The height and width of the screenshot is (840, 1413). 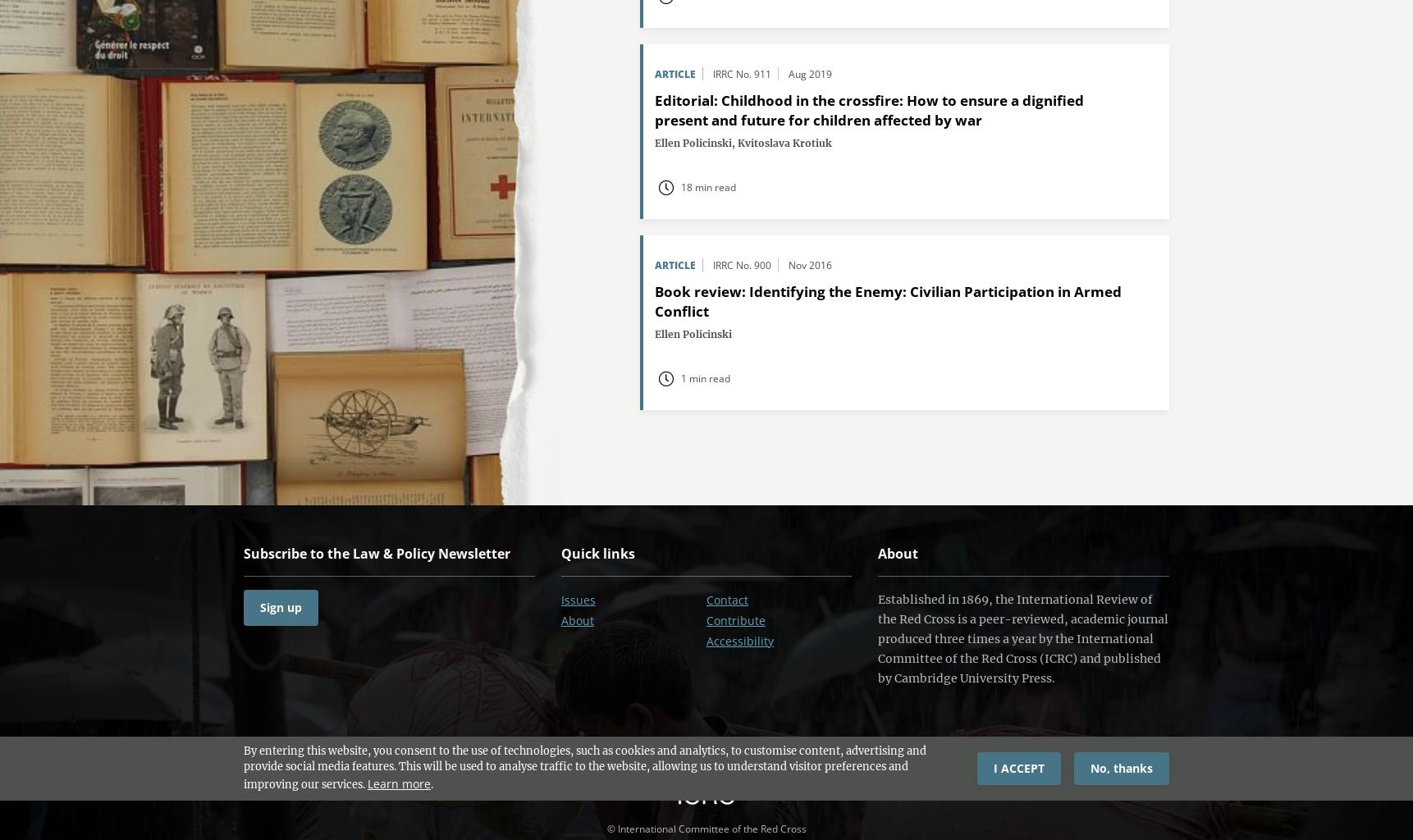 I want to click on 'Subscribe to the Law & Policy Newsletter', so click(x=376, y=553).